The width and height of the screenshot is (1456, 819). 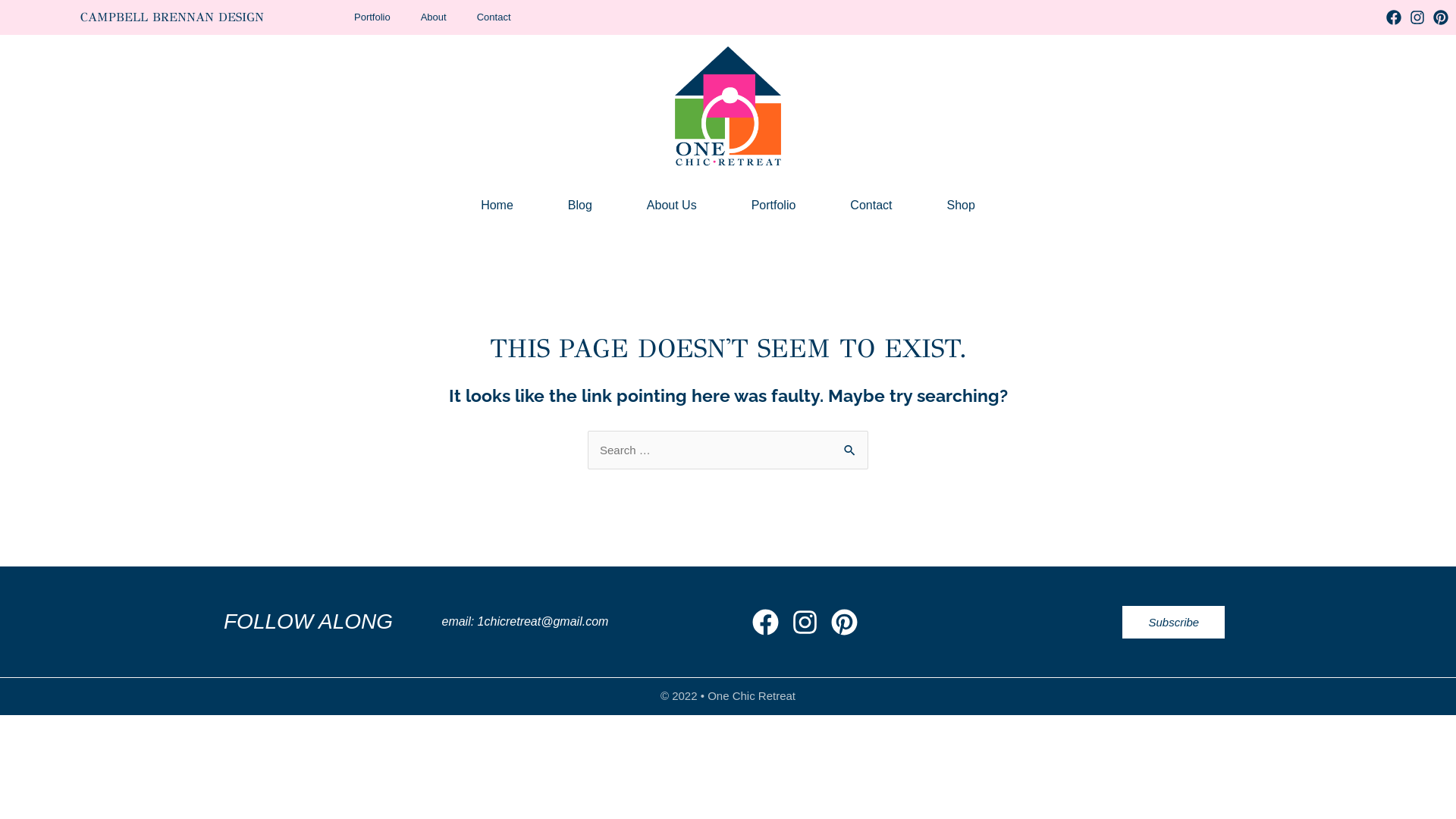 I want to click on 'Subscribe', so click(x=1172, y=622).